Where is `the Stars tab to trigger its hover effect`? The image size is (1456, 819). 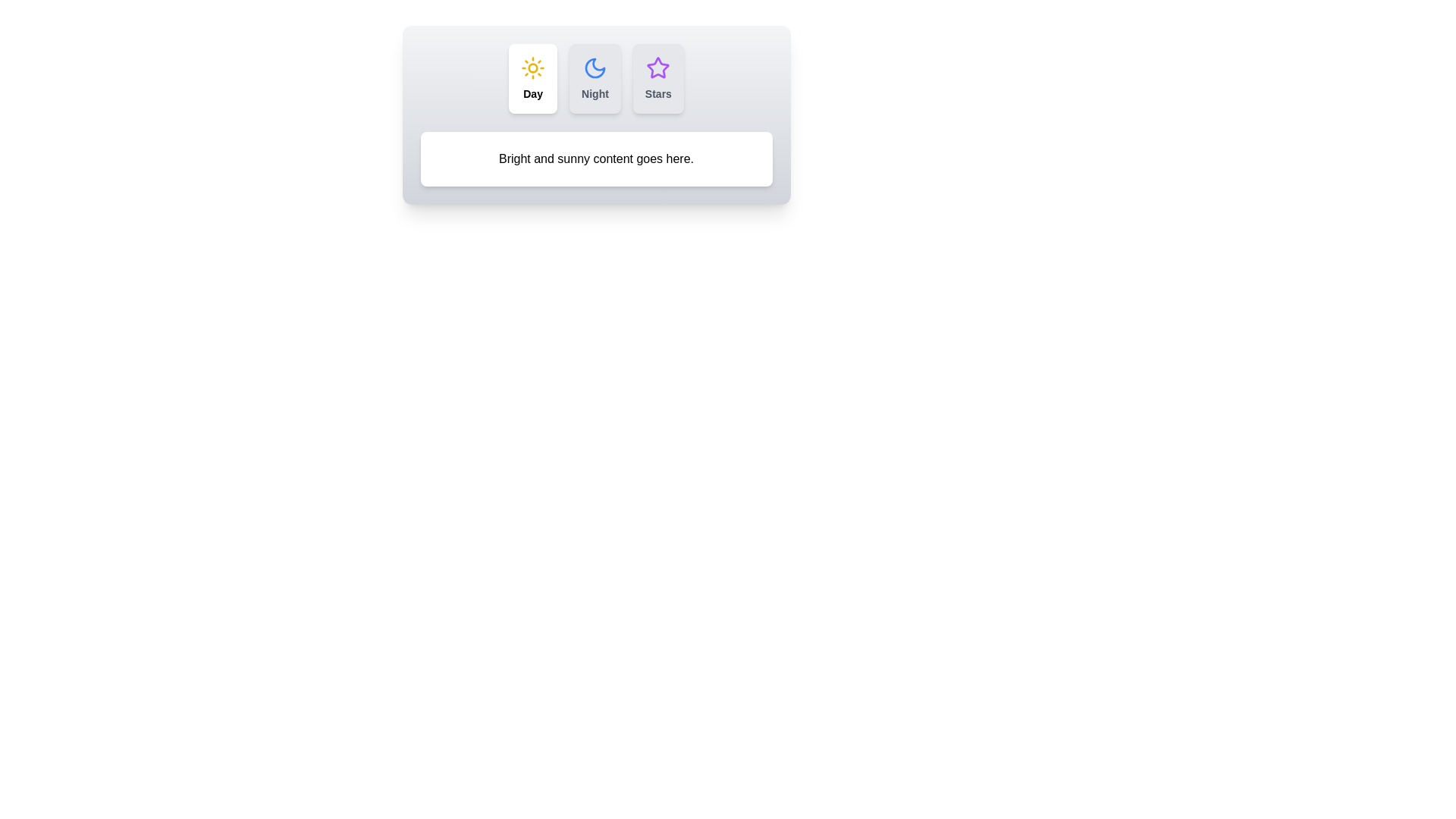
the Stars tab to trigger its hover effect is located at coordinates (658, 79).